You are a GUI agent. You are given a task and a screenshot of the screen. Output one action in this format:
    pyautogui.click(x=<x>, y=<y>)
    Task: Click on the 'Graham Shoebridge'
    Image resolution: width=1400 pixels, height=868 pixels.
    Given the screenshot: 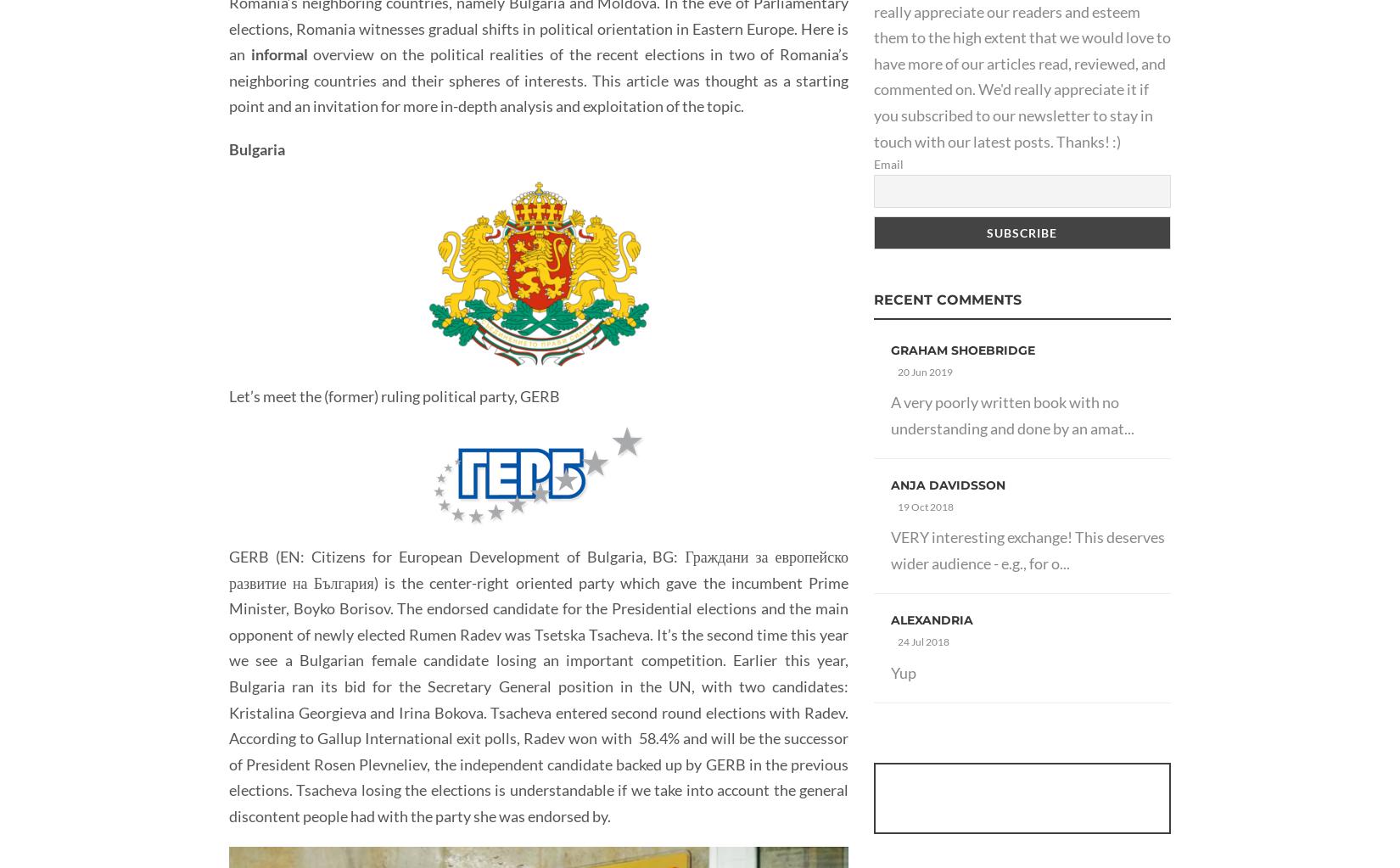 What is the action you would take?
    pyautogui.click(x=963, y=349)
    